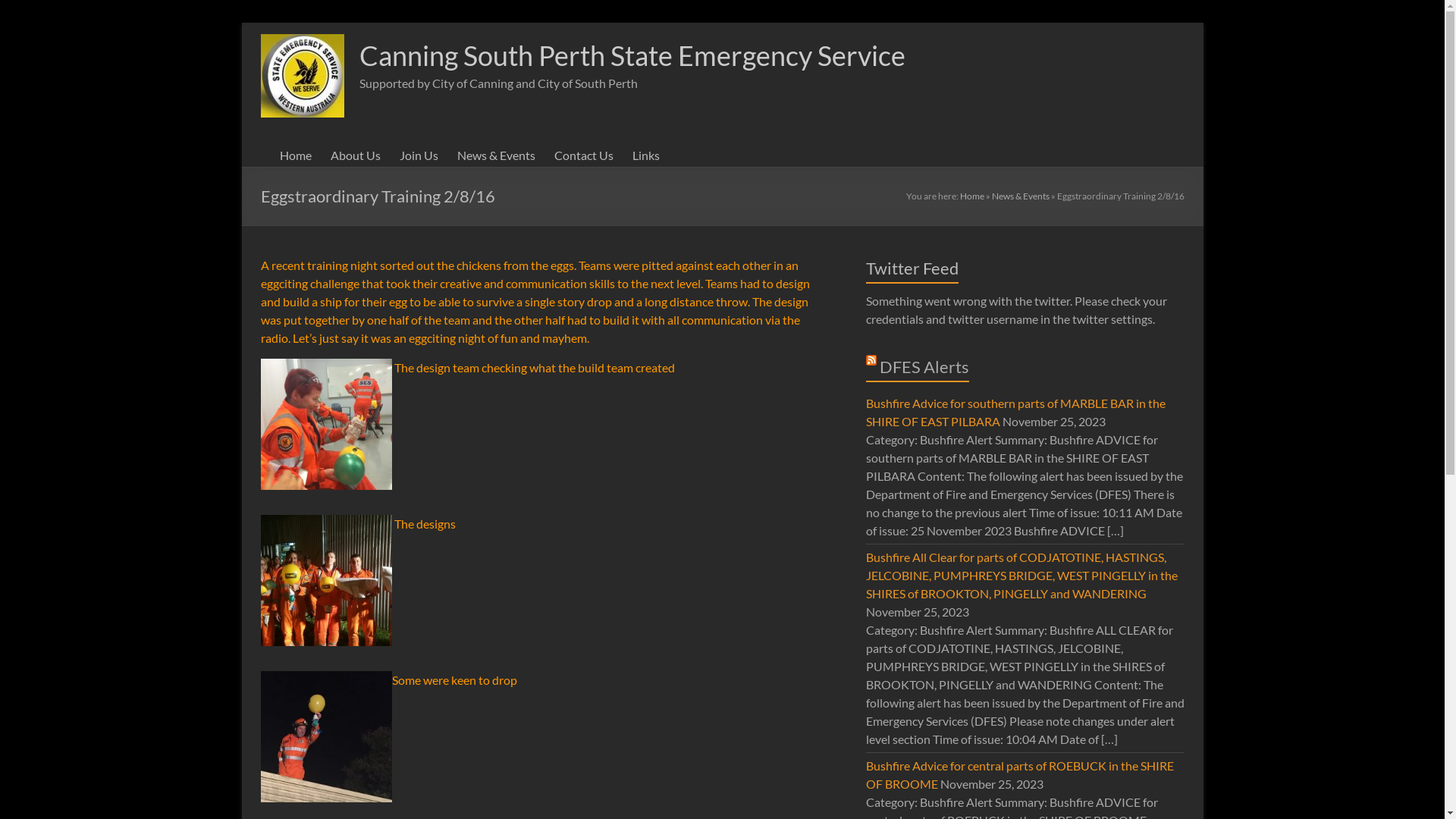  What do you see at coordinates (645, 155) in the screenshot?
I see `'Links'` at bounding box center [645, 155].